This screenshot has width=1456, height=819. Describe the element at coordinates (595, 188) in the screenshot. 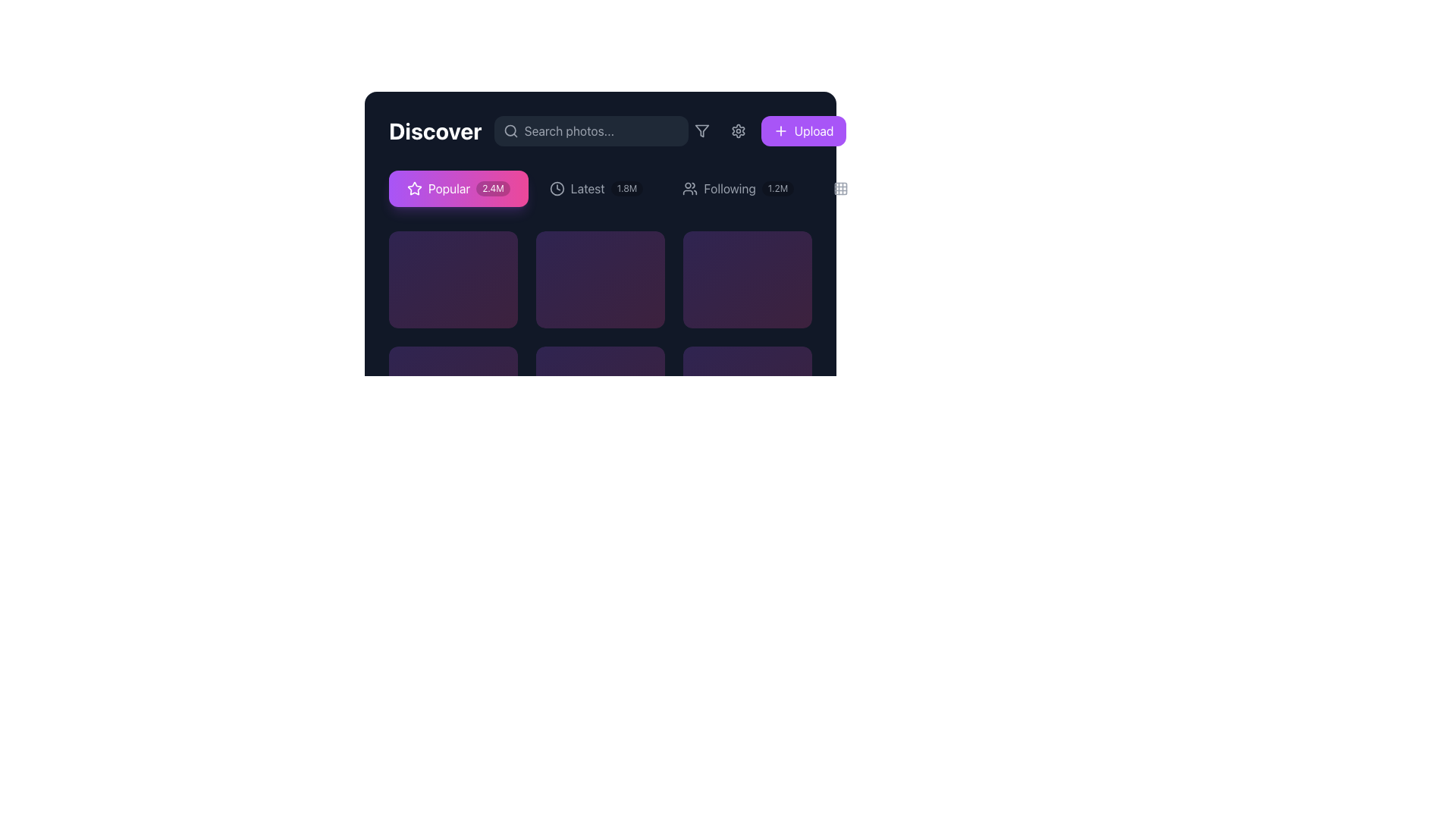

I see `the navigational button located beneath the 'Discover' header to filter content and display the latest items` at that location.